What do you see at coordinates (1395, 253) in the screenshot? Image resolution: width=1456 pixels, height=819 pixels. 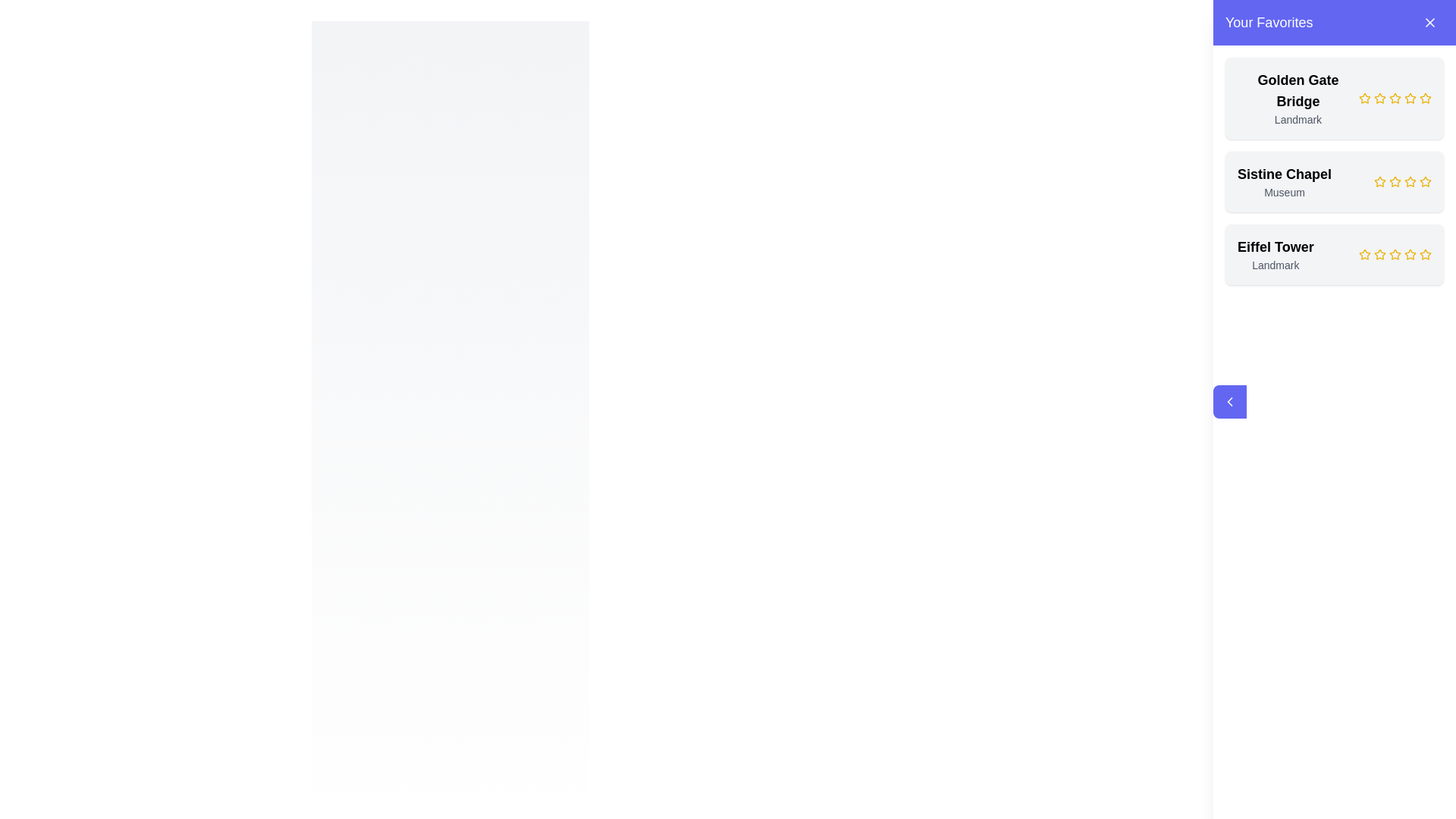 I see `the fourth star icon` at bounding box center [1395, 253].